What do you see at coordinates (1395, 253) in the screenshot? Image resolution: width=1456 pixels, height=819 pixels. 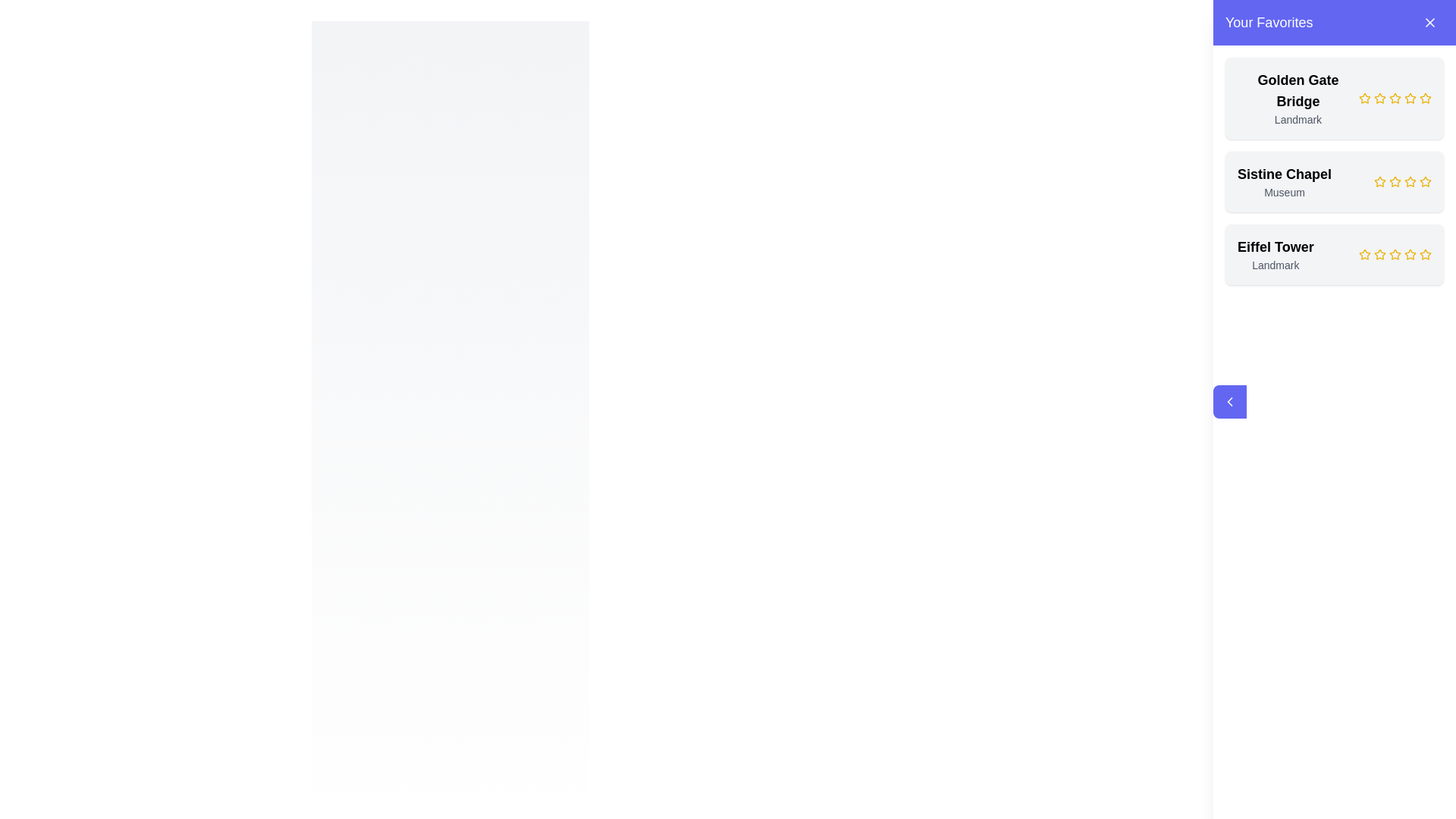 I see `the fourth star icon` at bounding box center [1395, 253].